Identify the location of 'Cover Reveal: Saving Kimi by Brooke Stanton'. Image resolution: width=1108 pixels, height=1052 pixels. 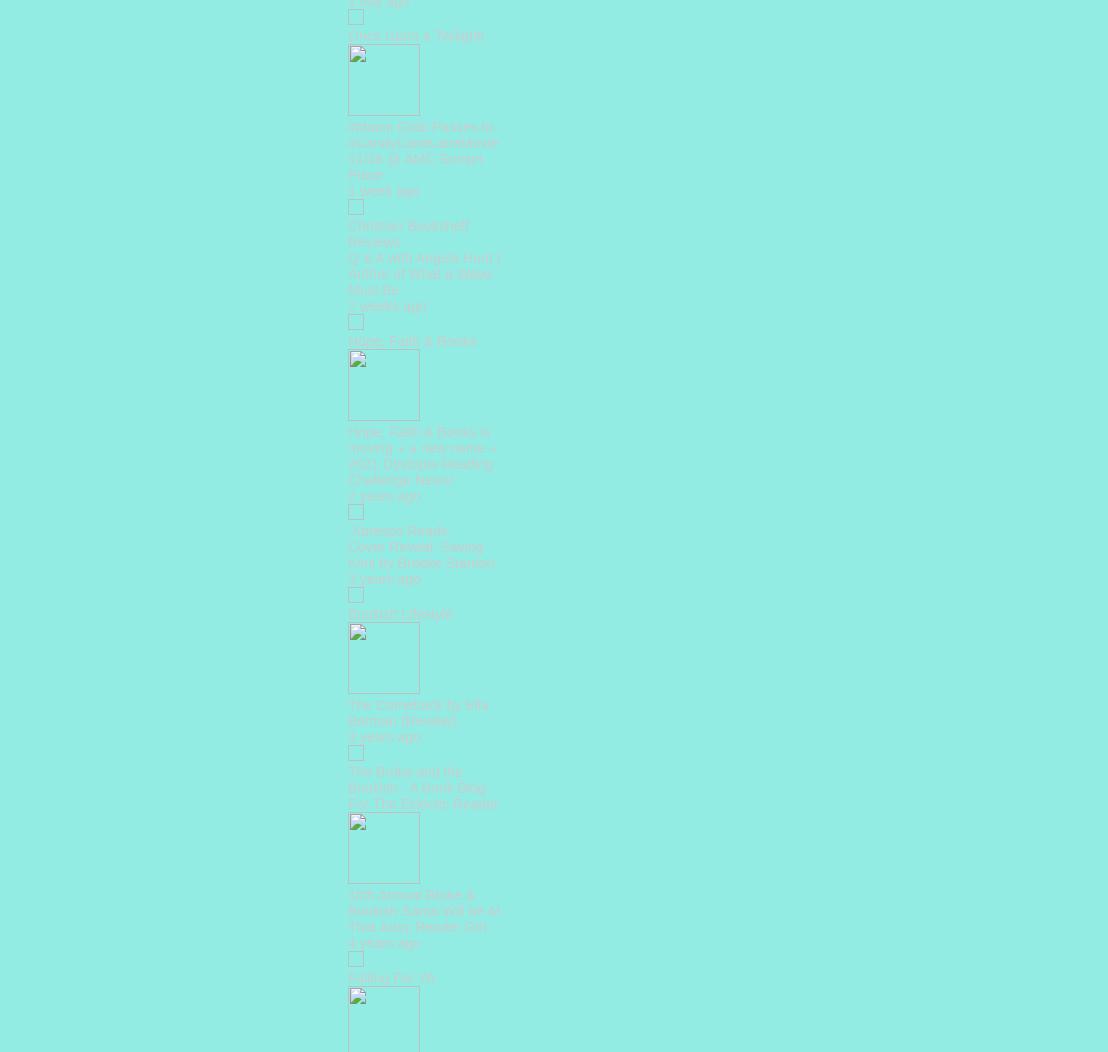
(420, 553).